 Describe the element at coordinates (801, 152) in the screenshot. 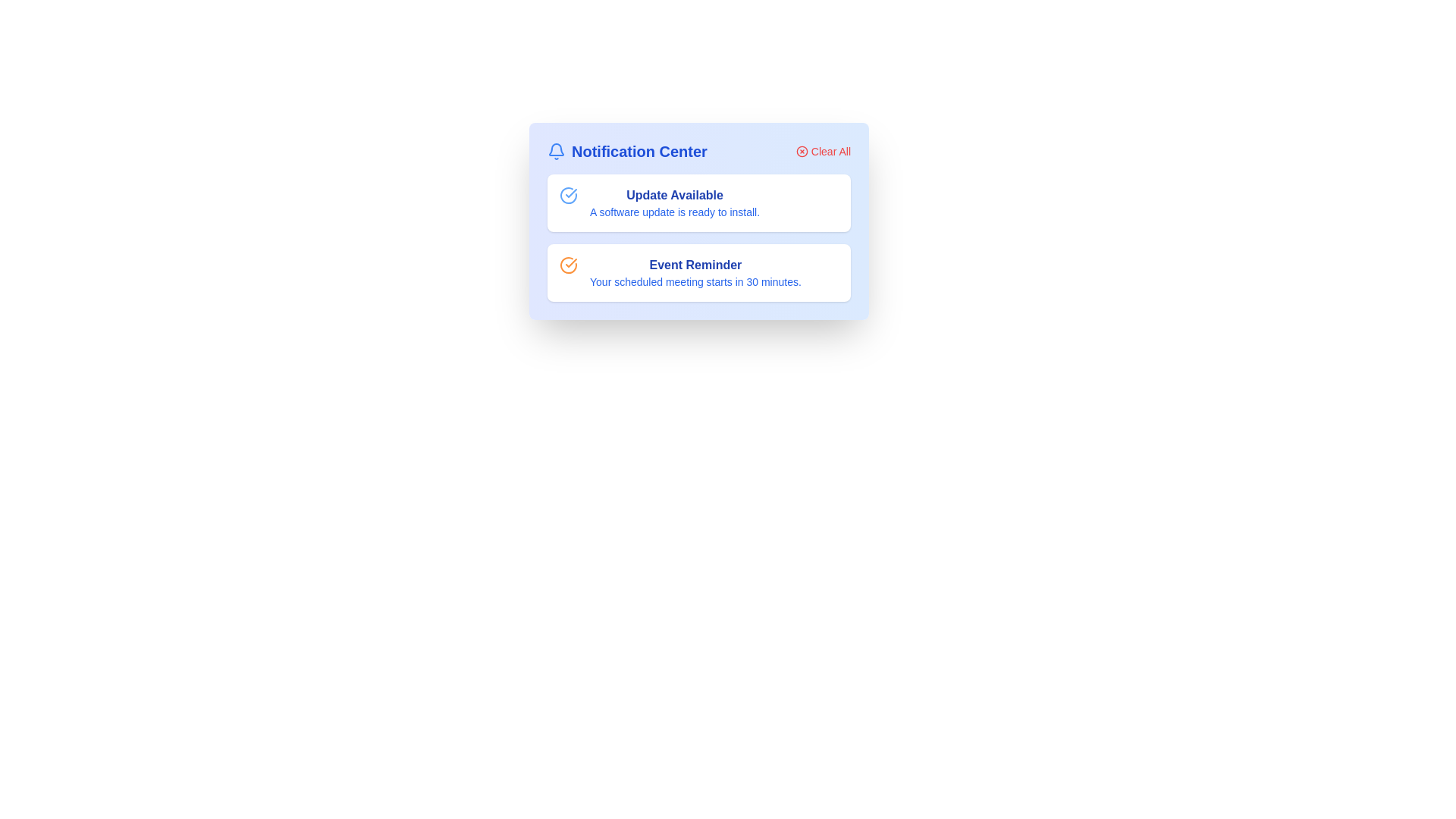

I see `the circular icon located in the top-right area of the notification center within the 'Clear All' control` at that location.